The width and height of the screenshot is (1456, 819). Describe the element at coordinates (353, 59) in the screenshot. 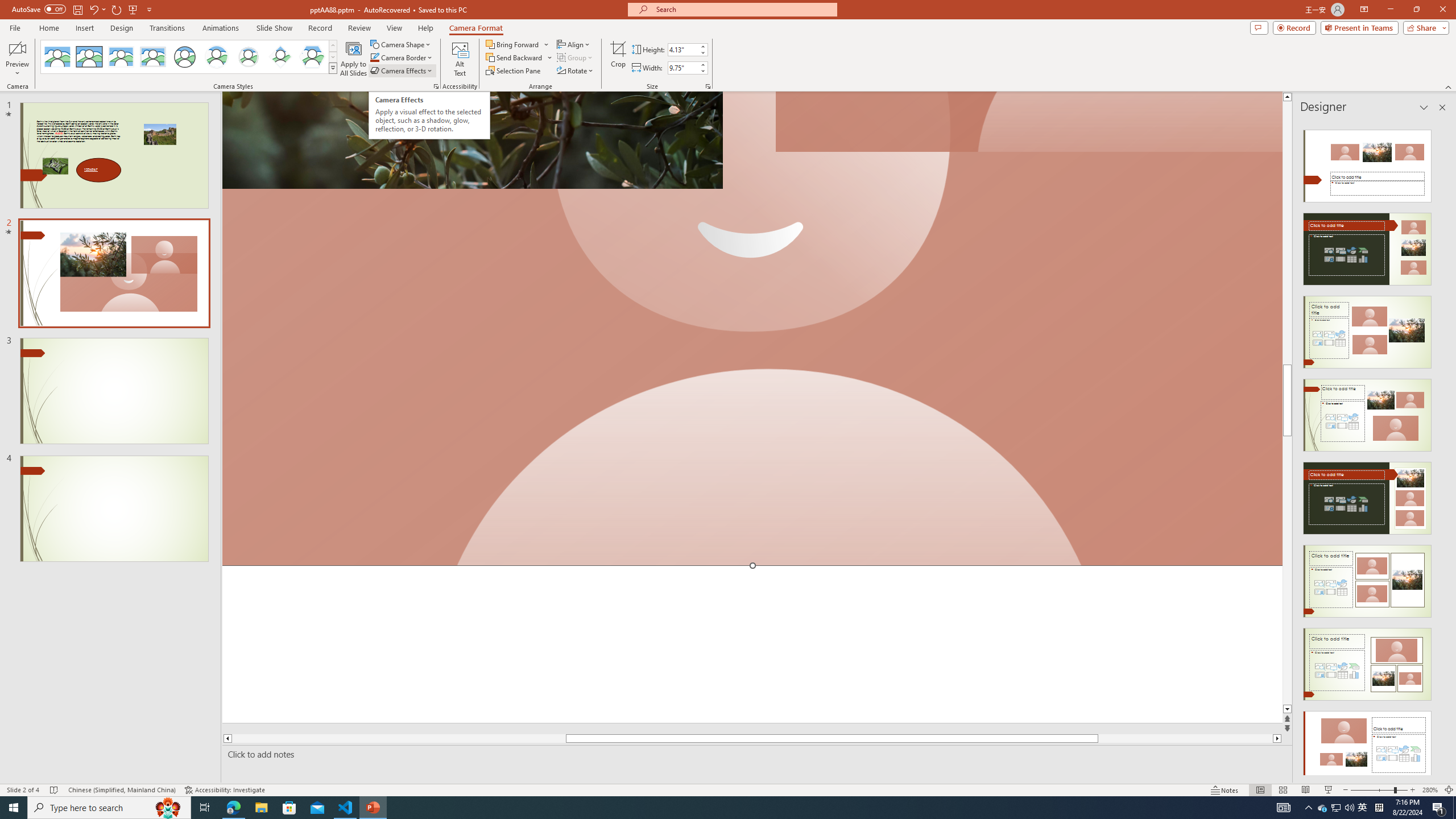

I see `'Apply to All Slides'` at that location.